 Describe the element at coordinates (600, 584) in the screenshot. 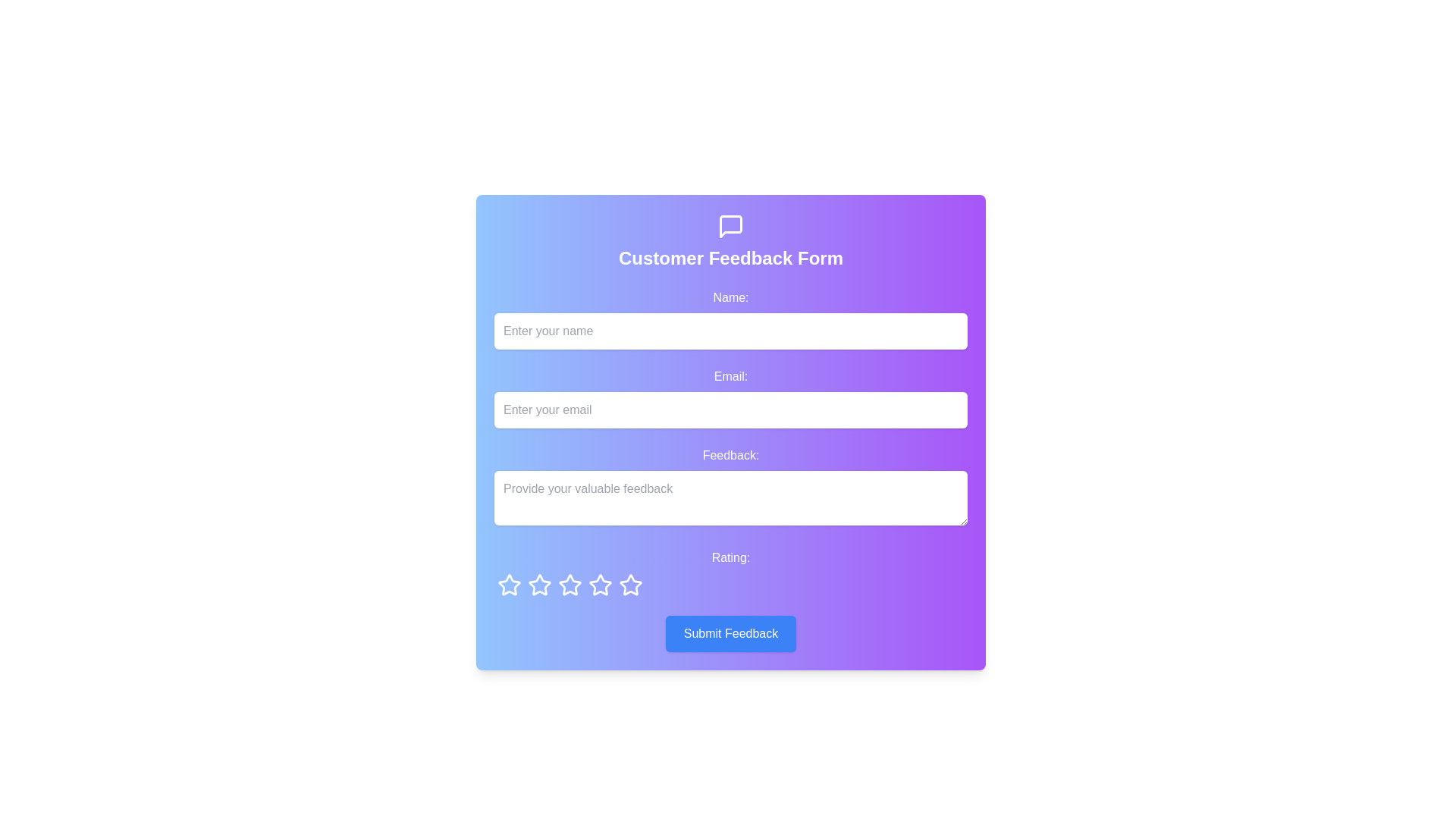

I see `the fourth star icon in the rating section` at that location.